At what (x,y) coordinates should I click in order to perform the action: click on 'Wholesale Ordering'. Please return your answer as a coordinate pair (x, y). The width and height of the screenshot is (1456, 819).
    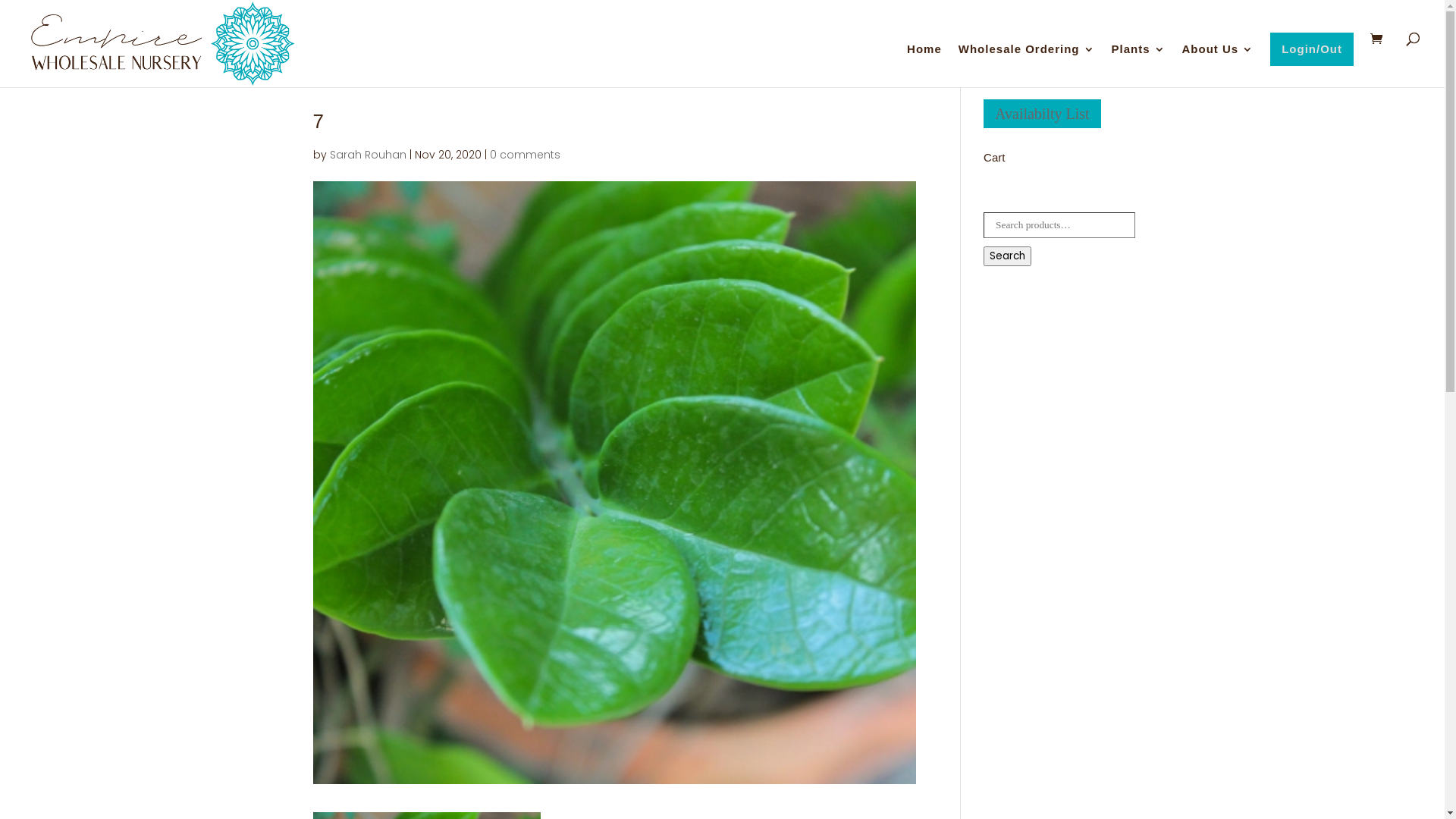
    Looking at the image, I should click on (1026, 64).